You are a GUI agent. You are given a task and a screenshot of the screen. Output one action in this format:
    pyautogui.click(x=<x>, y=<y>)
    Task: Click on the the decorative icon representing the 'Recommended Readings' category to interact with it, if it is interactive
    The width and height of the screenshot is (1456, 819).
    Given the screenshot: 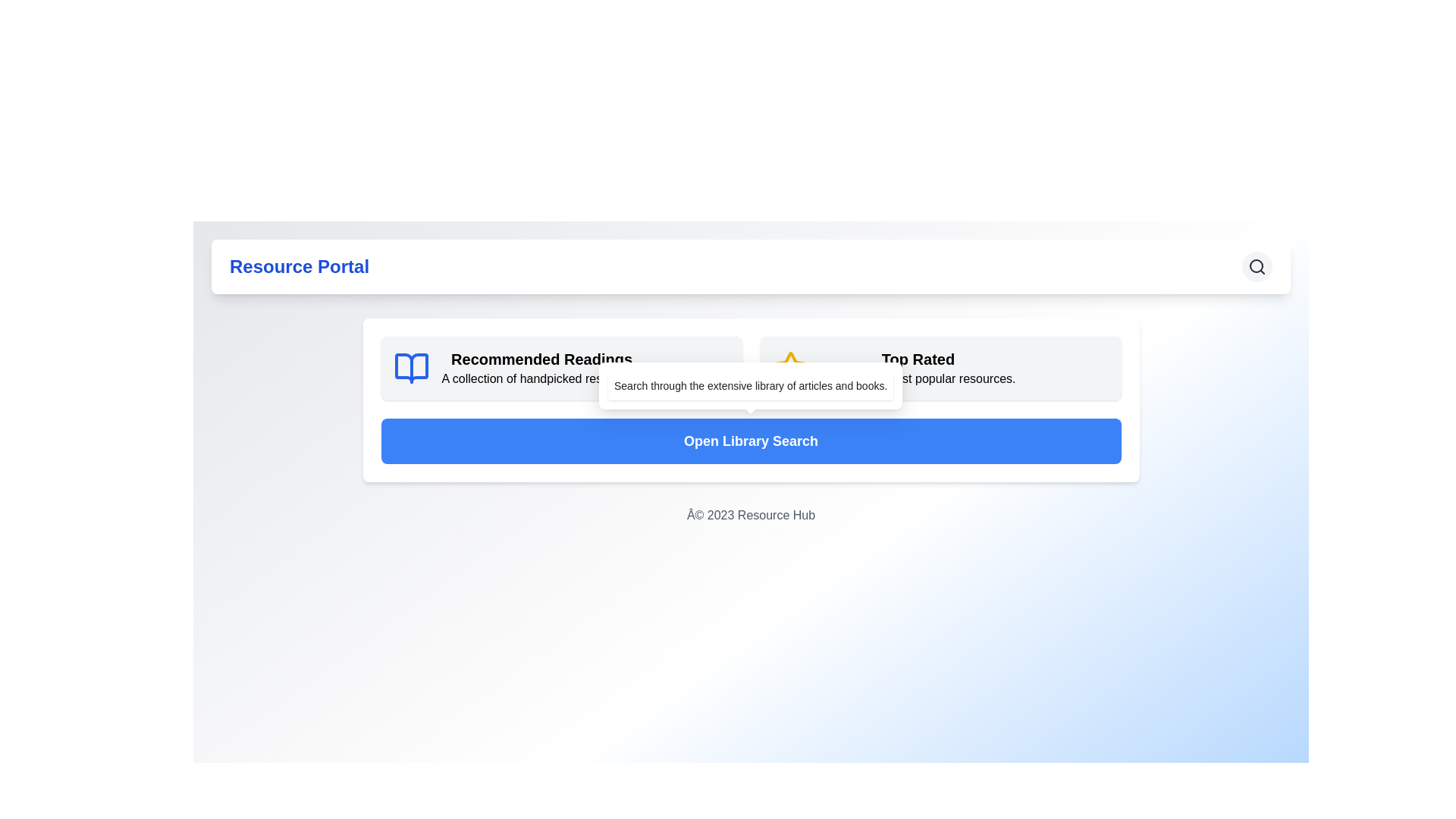 What is the action you would take?
    pyautogui.click(x=411, y=369)
    